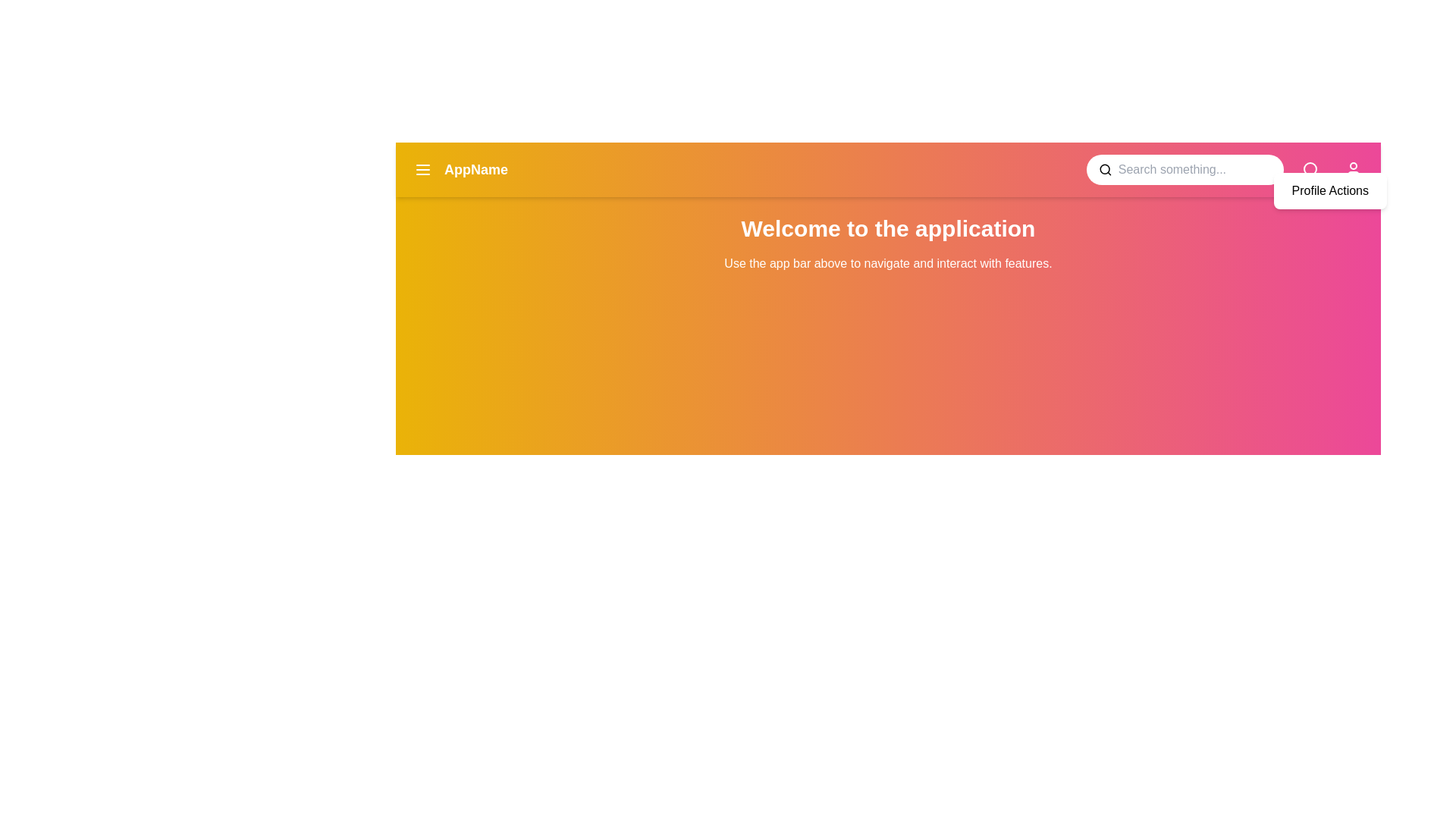 The width and height of the screenshot is (1456, 819). What do you see at coordinates (422, 169) in the screenshot?
I see `the menu icon to toggle the drawer menu` at bounding box center [422, 169].